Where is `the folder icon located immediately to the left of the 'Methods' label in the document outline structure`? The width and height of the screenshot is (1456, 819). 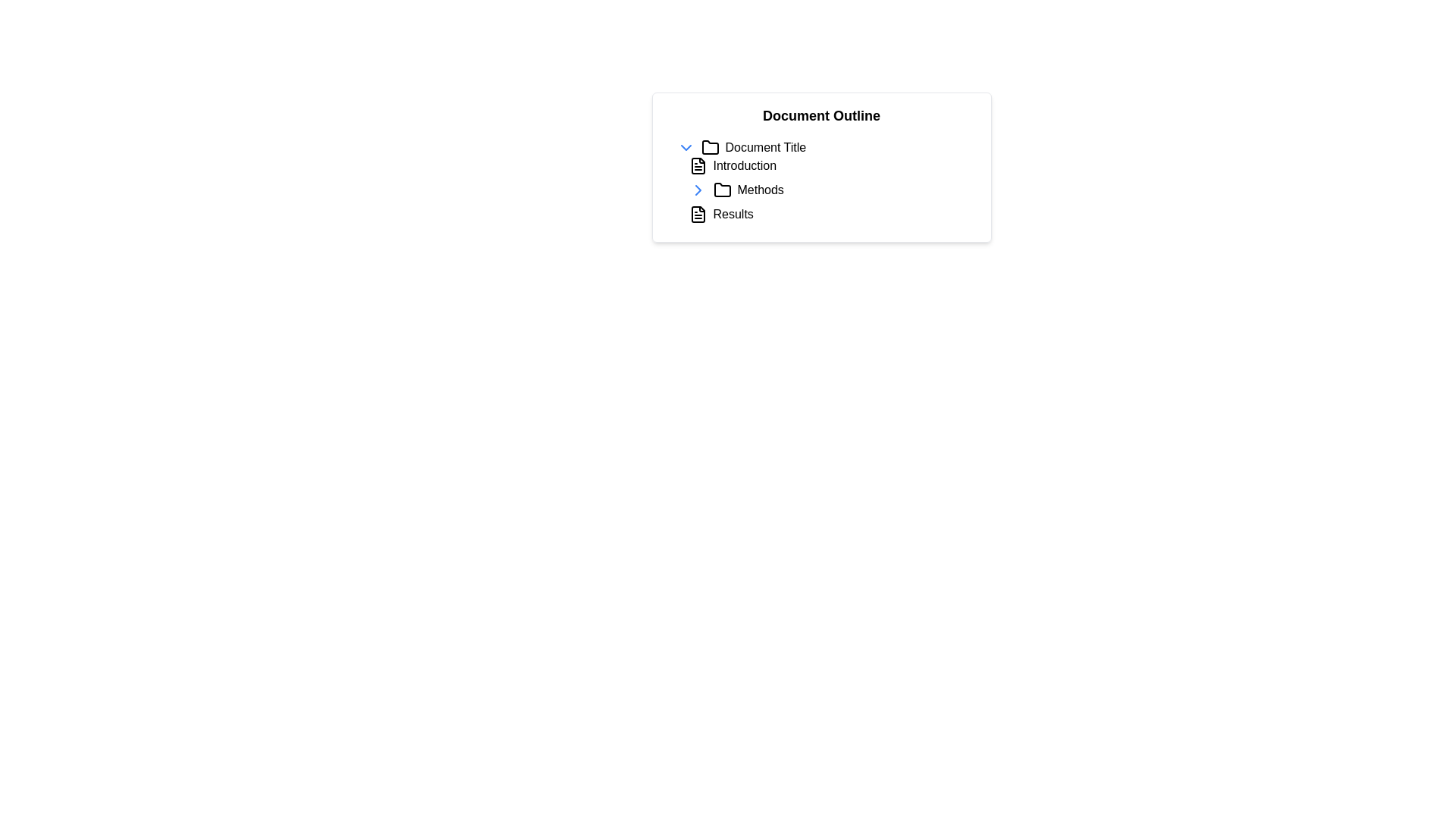 the folder icon located immediately to the left of the 'Methods' label in the document outline structure is located at coordinates (721, 189).